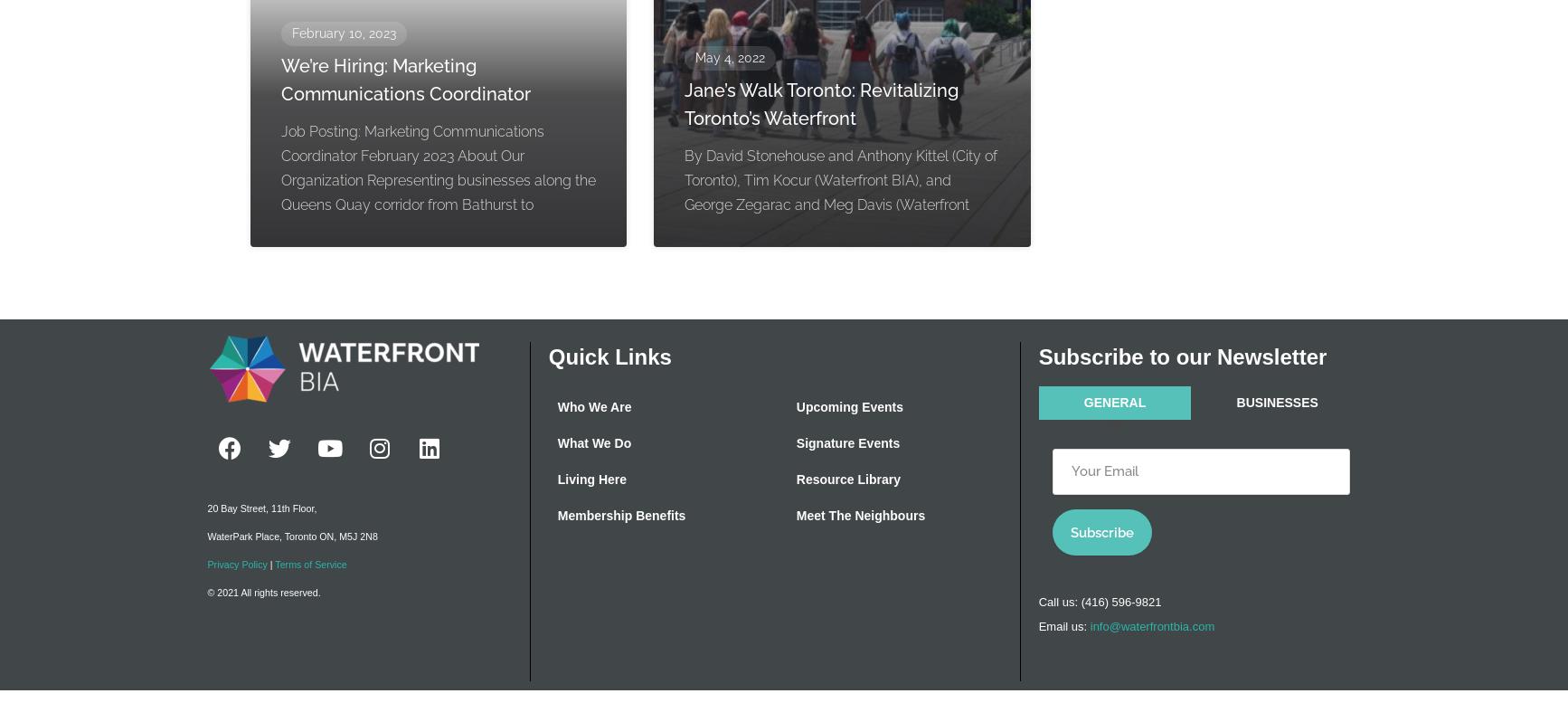  What do you see at coordinates (269, 564) in the screenshot?
I see `'|'` at bounding box center [269, 564].